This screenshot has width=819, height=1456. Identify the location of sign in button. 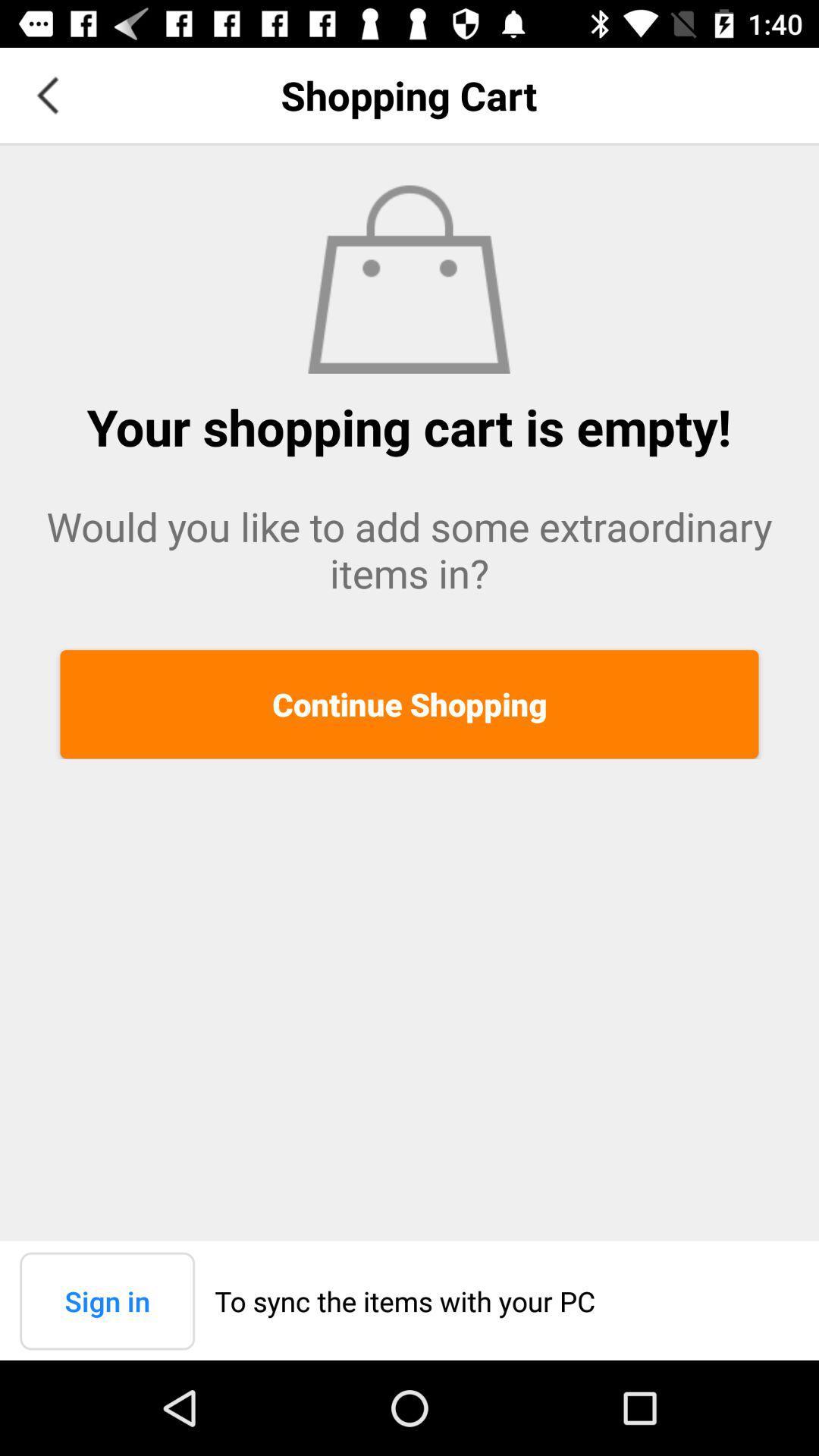
(106, 1300).